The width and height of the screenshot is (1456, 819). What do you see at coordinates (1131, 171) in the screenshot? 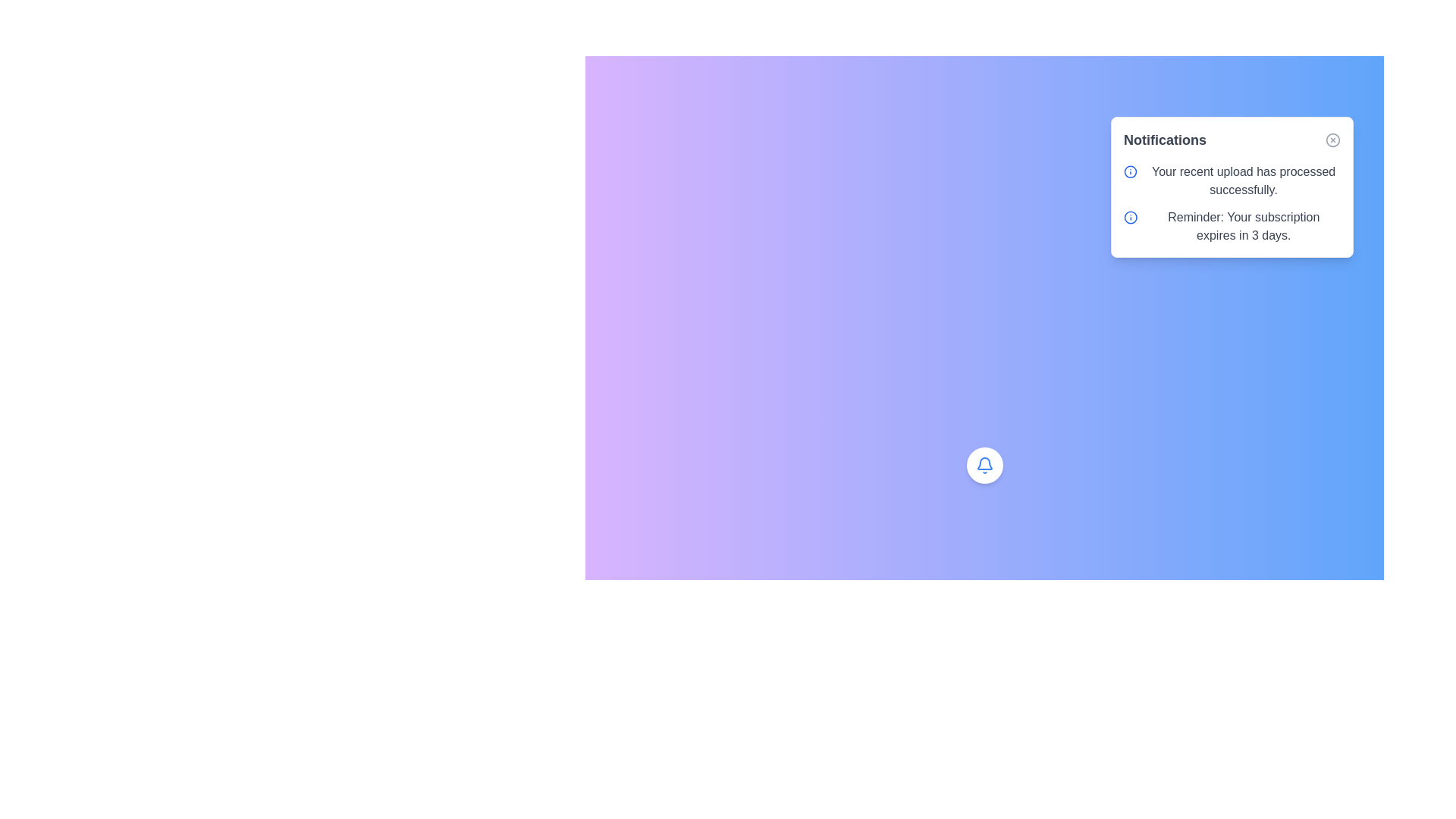
I see `the circular blue-stroked icon located` at bounding box center [1131, 171].